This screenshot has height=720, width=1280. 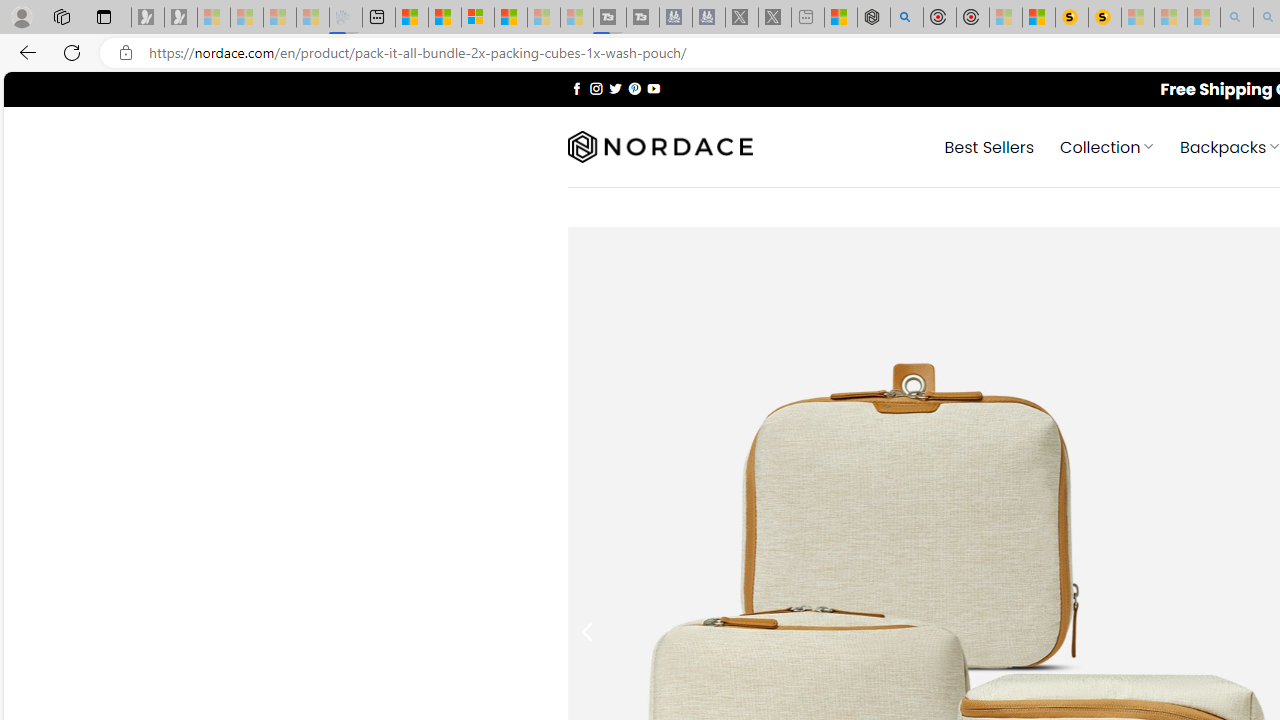 I want to click on 'Follow on Pinterest', so click(x=633, y=87).